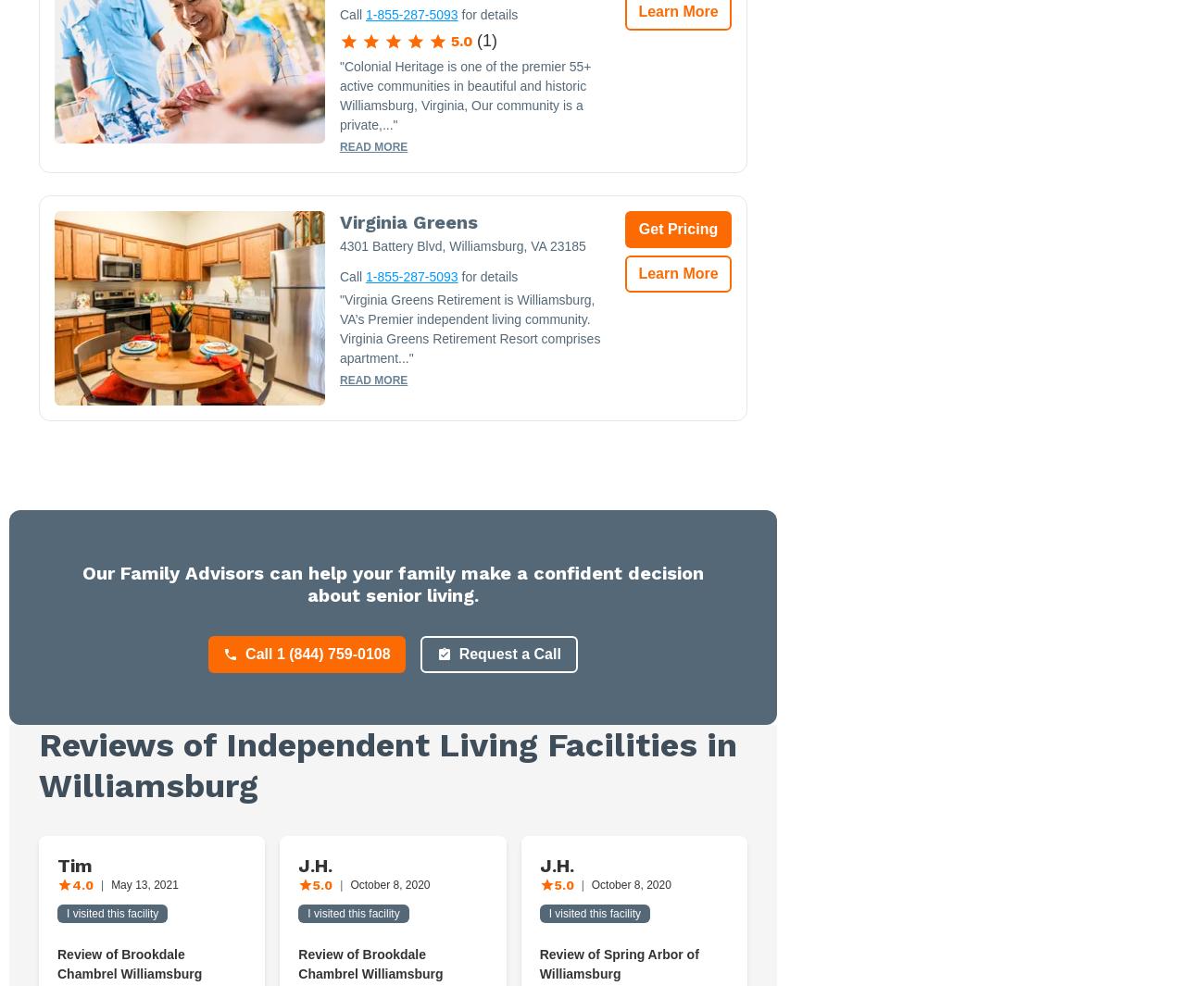  I want to click on '4301 Battery Blvd, Williamsburg, VA 23185', so click(462, 245).